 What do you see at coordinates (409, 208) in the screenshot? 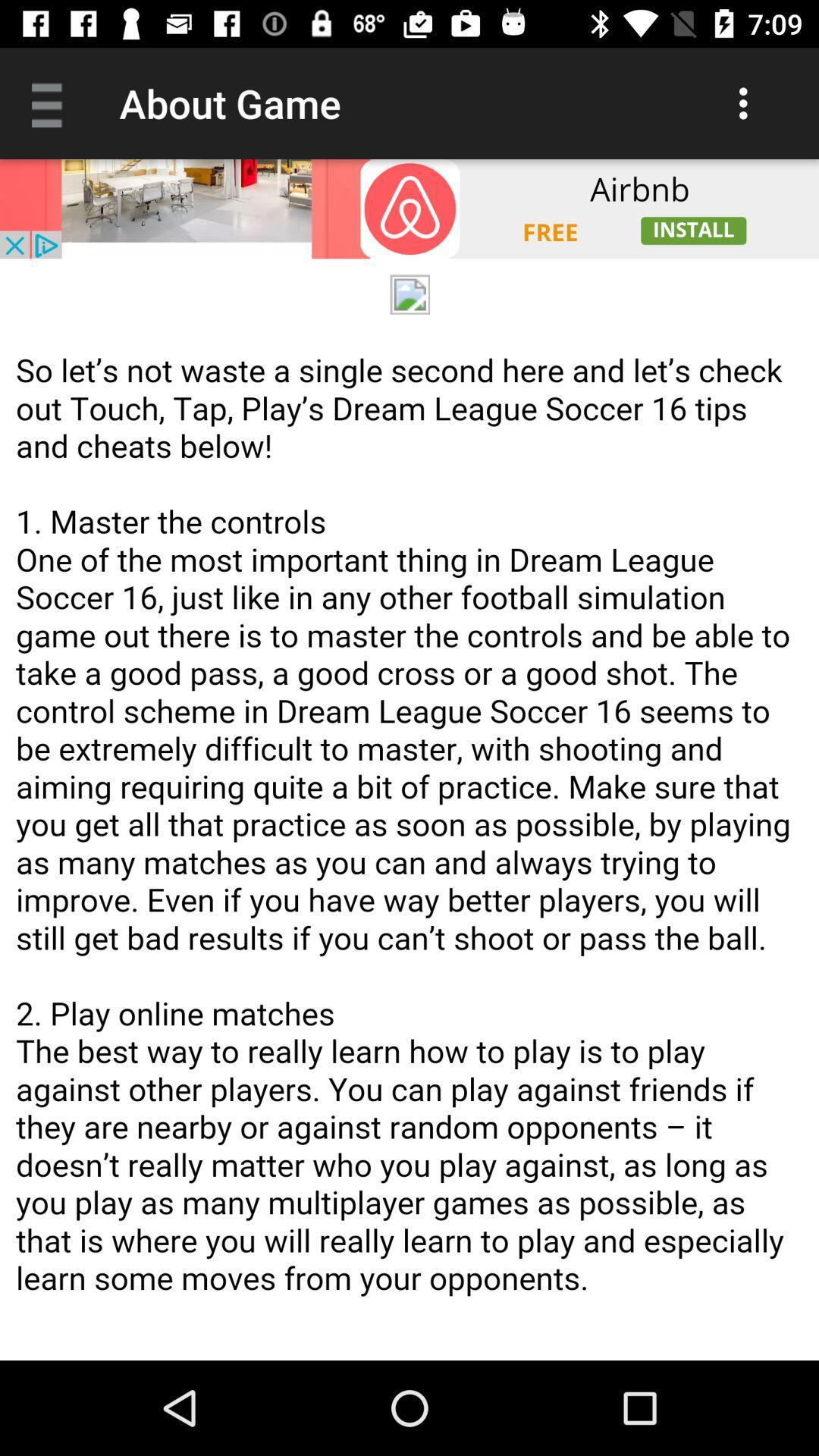
I see `open advertisement` at bounding box center [409, 208].